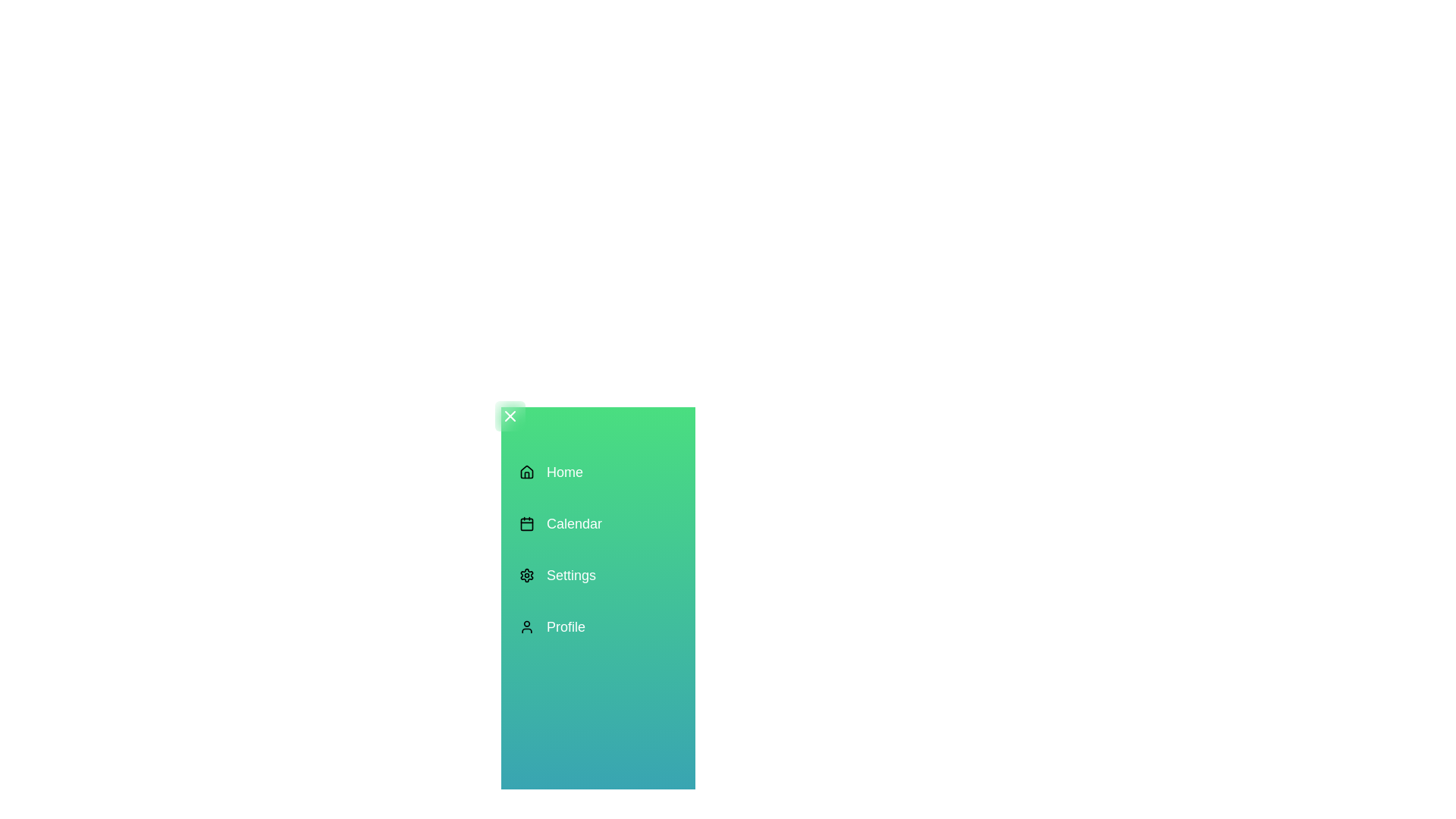  I want to click on the presence of the calendar icon, which is a minimalist design with a black outlined rectangle and binders on top, positioned leftmost in the vertical navigation panel between 'Home' and 'Settings', so click(527, 522).